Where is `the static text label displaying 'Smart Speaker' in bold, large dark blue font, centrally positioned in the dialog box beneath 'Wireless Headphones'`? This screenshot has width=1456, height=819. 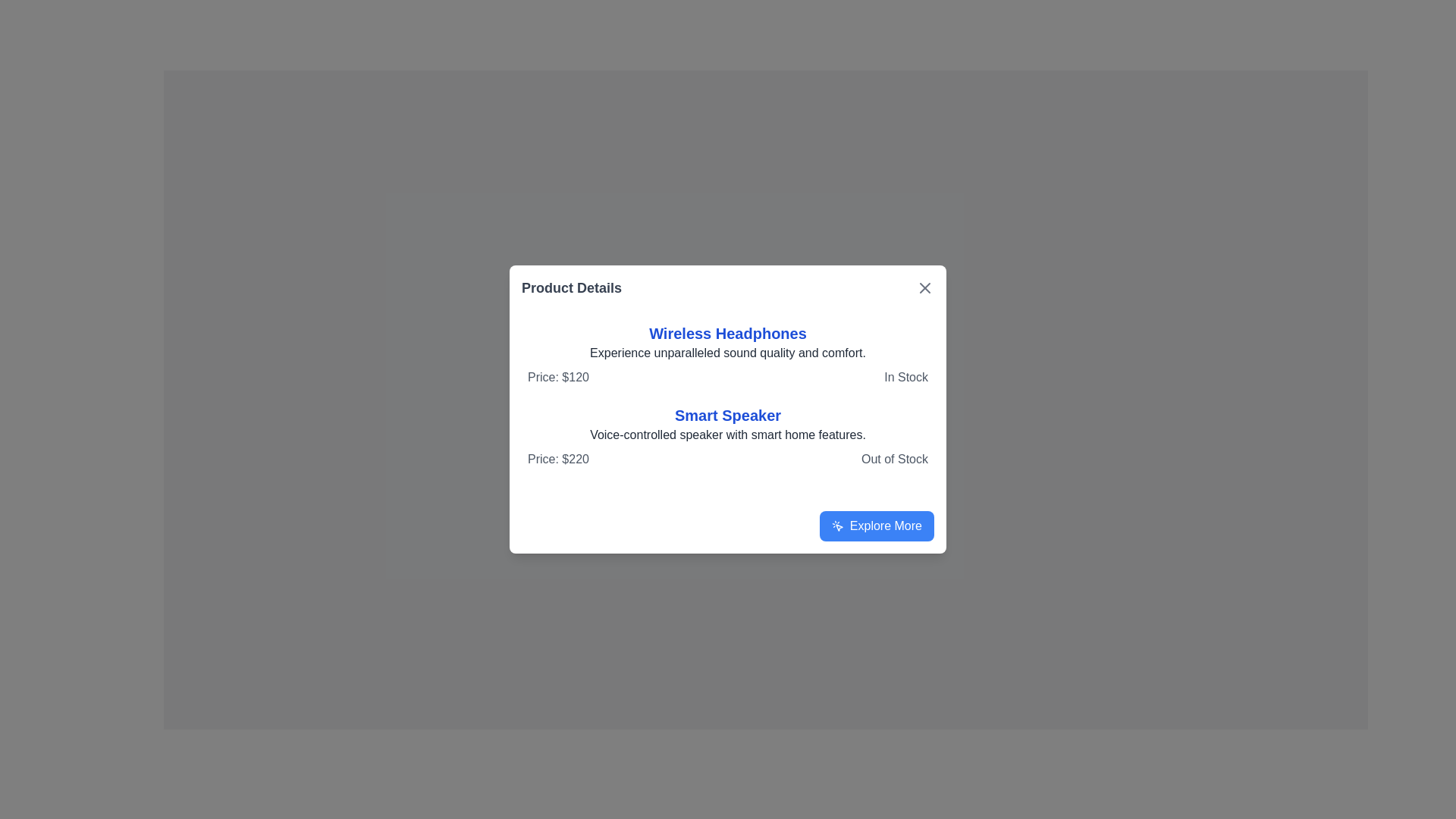
the static text label displaying 'Smart Speaker' in bold, large dark blue font, centrally positioned in the dialog box beneath 'Wireless Headphones' is located at coordinates (728, 415).